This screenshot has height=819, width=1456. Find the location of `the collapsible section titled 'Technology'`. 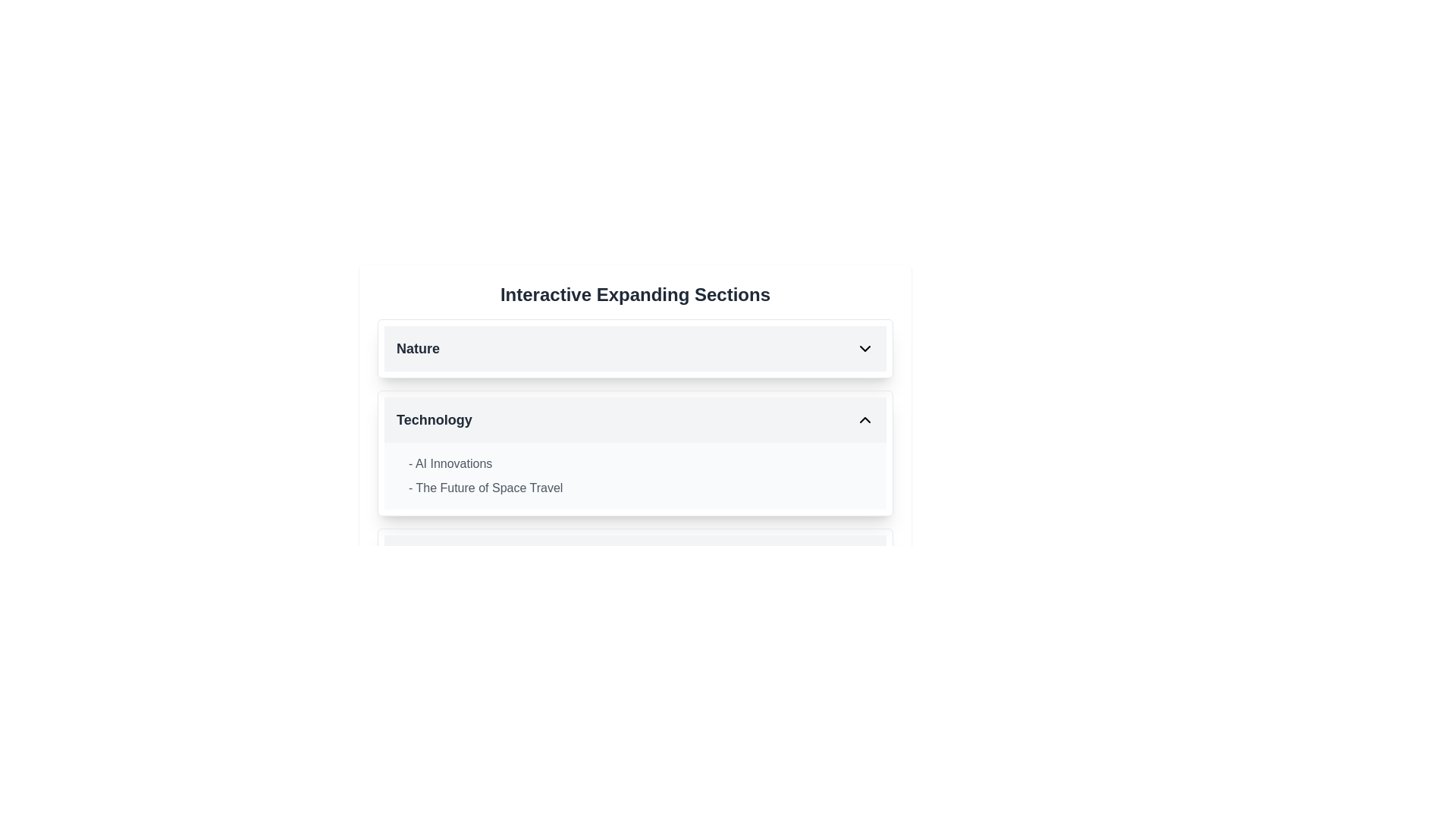

the collapsible section titled 'Technology' is located at coordinates (635, 394).